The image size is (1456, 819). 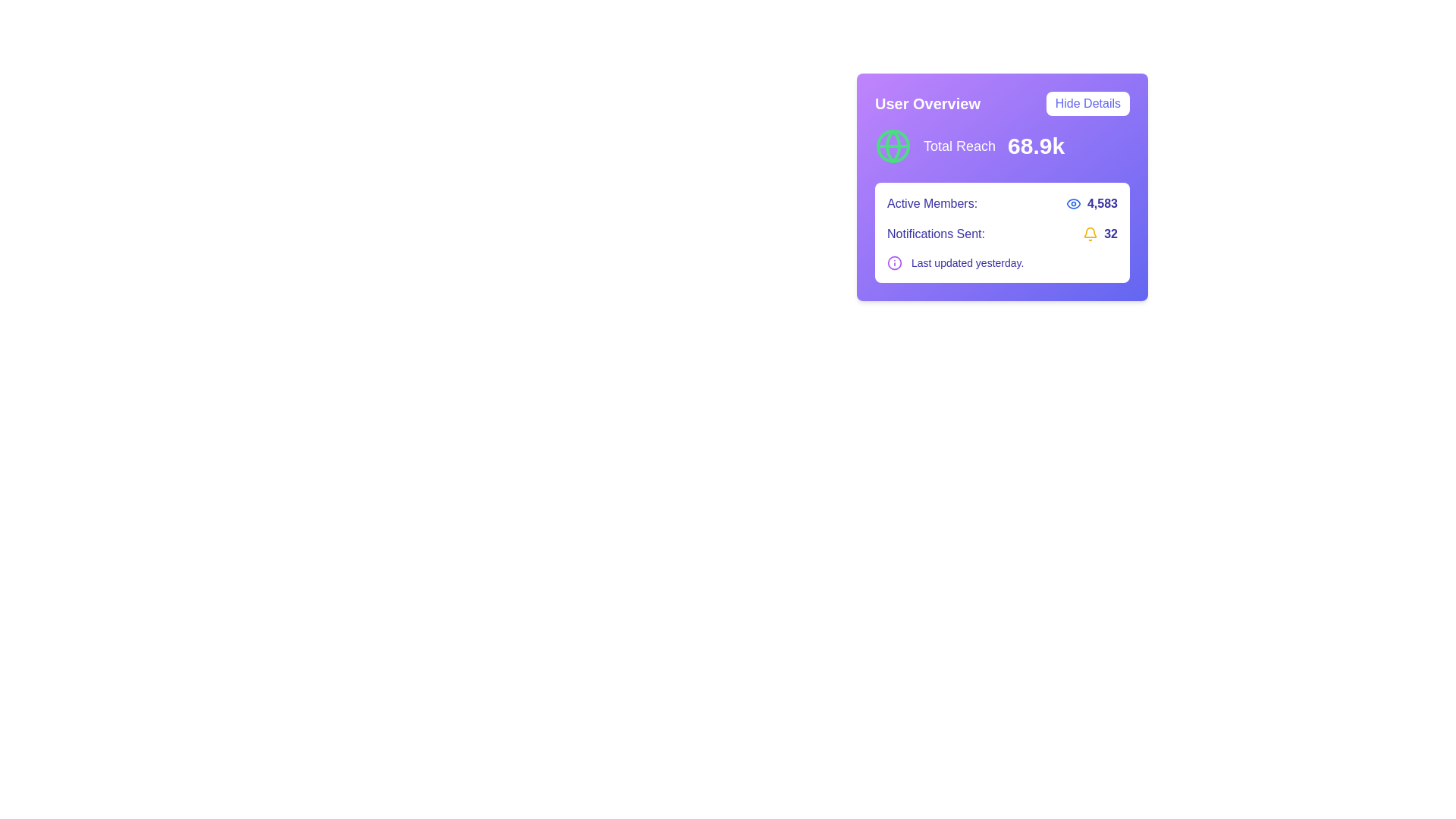 I want to click on the central Graphic Circle element within the SVG component of the 'User Overview' card, which is positioned to the left of the 'Total Reach 68.9k' label, so click(x=893, y=146).